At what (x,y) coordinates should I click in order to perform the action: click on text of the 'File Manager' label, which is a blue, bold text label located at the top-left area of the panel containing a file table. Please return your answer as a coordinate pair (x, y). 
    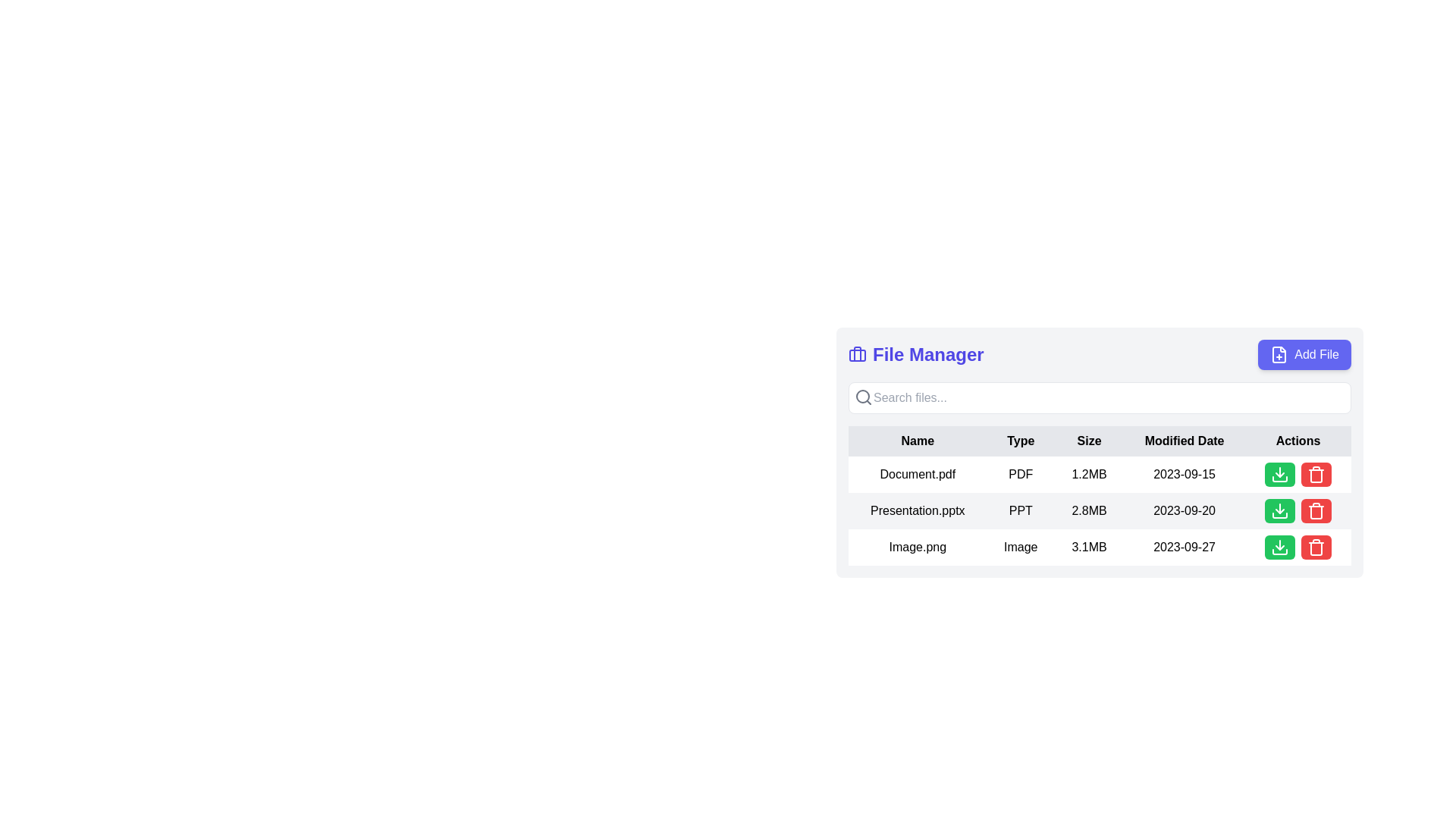
    Looking at the image, I should click on (915, 354).